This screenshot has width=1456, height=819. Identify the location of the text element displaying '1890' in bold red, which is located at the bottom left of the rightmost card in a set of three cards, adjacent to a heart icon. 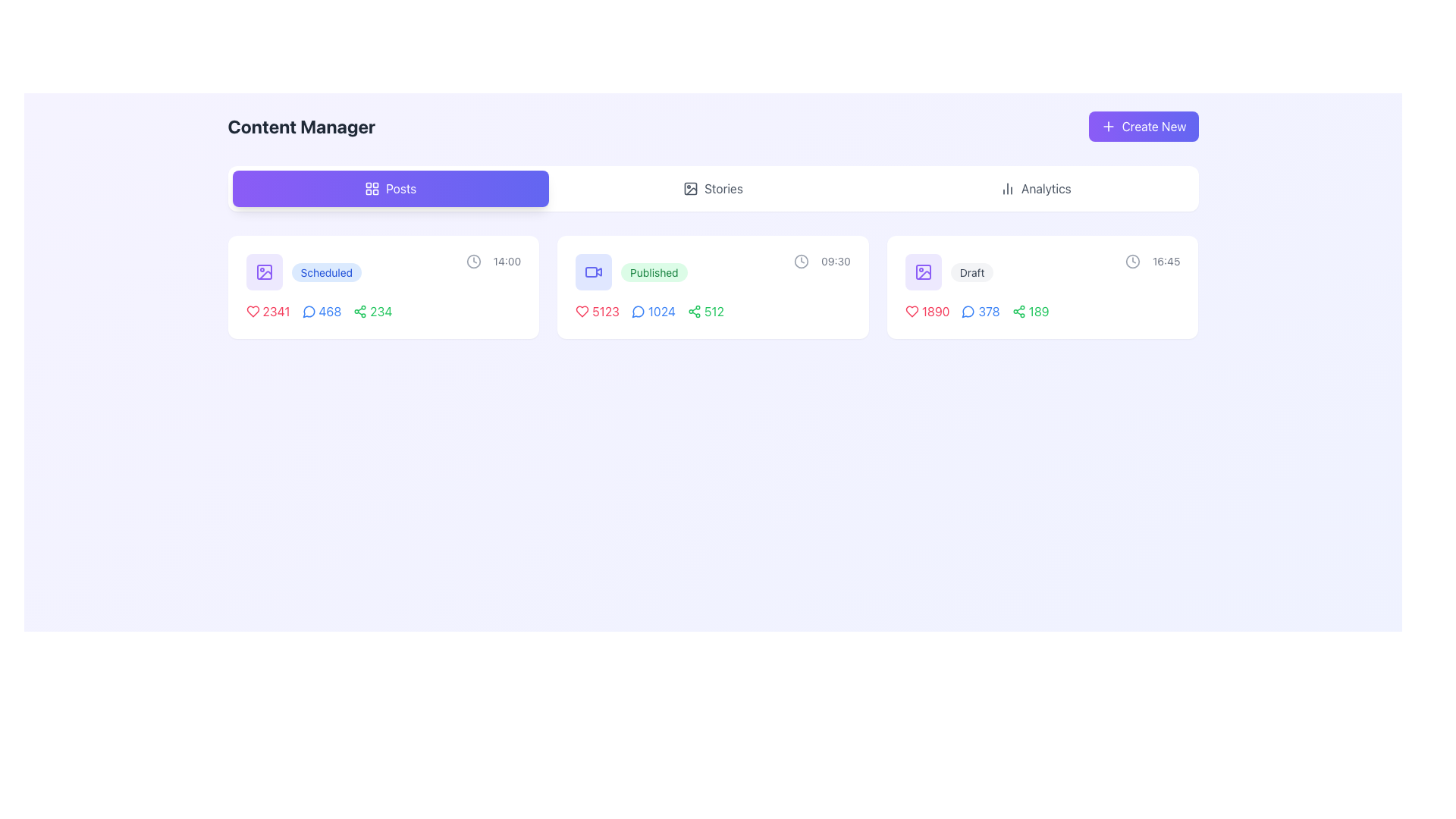
(935, 311).